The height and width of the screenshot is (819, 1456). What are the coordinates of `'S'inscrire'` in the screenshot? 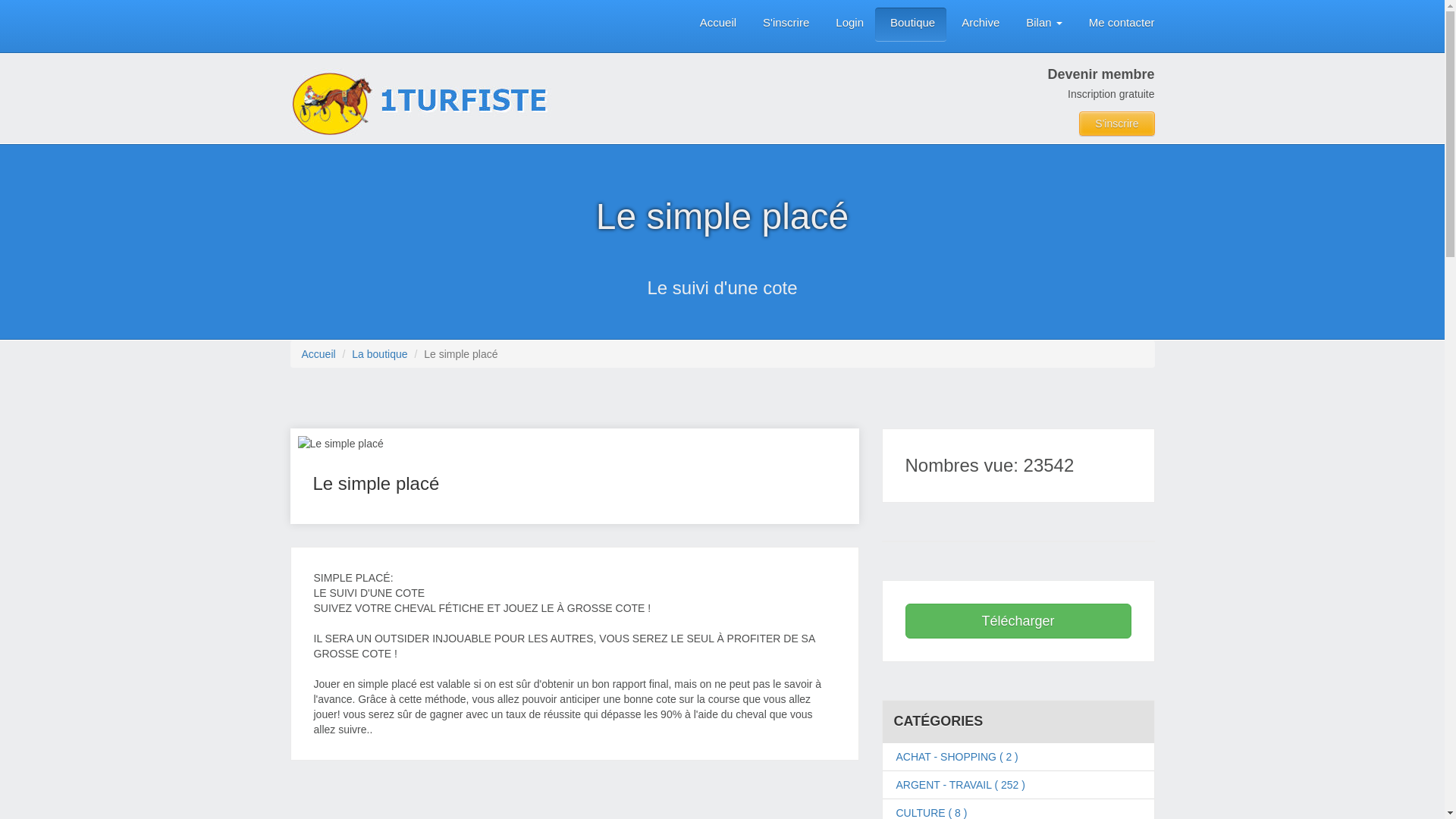 It's located at (1116, 122).